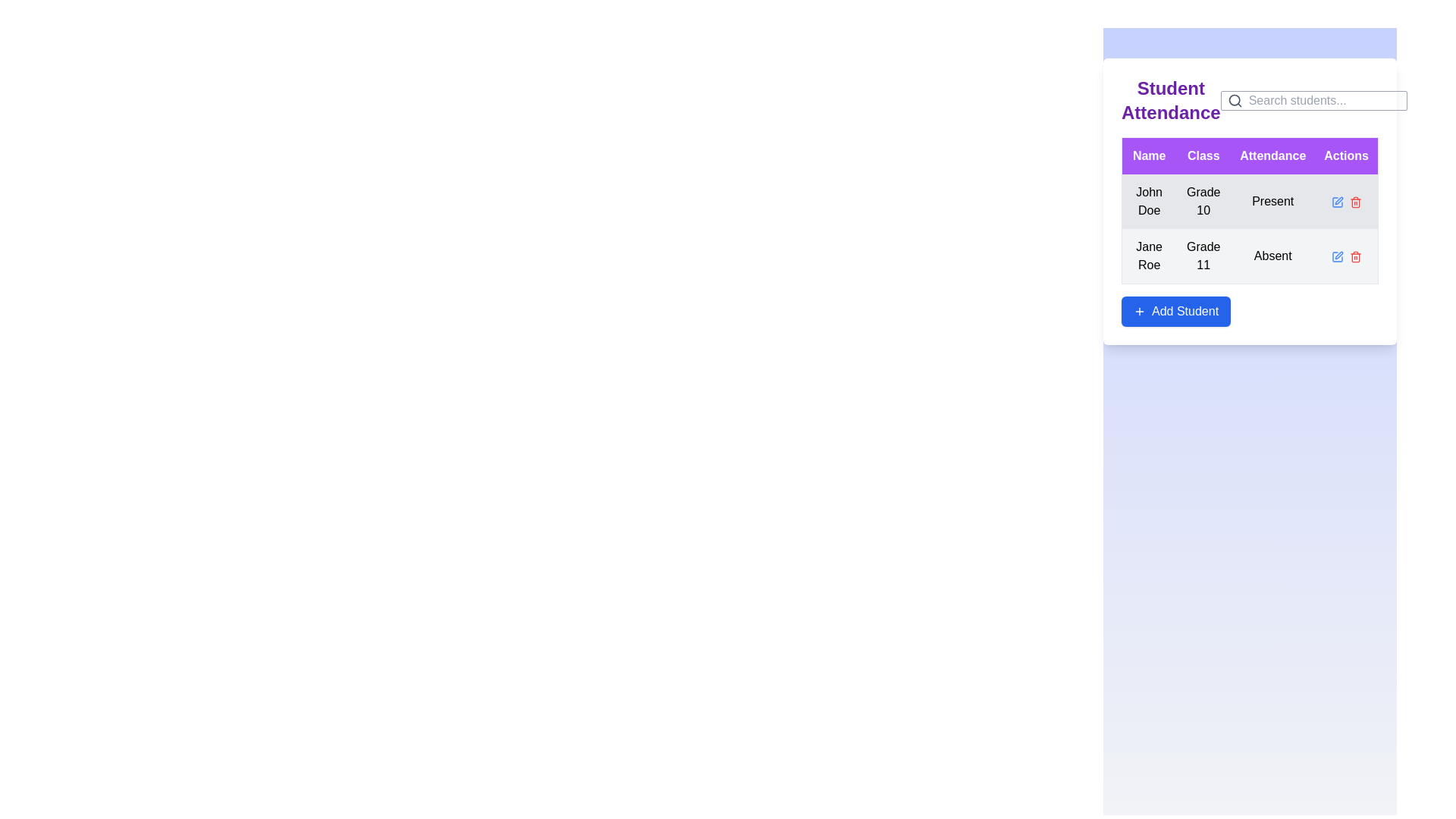 The image size is (1456, 819). I want to click on the 'Add Student' button located at the bottom of the 'Student Attendance' panel, so click(1175, 311).